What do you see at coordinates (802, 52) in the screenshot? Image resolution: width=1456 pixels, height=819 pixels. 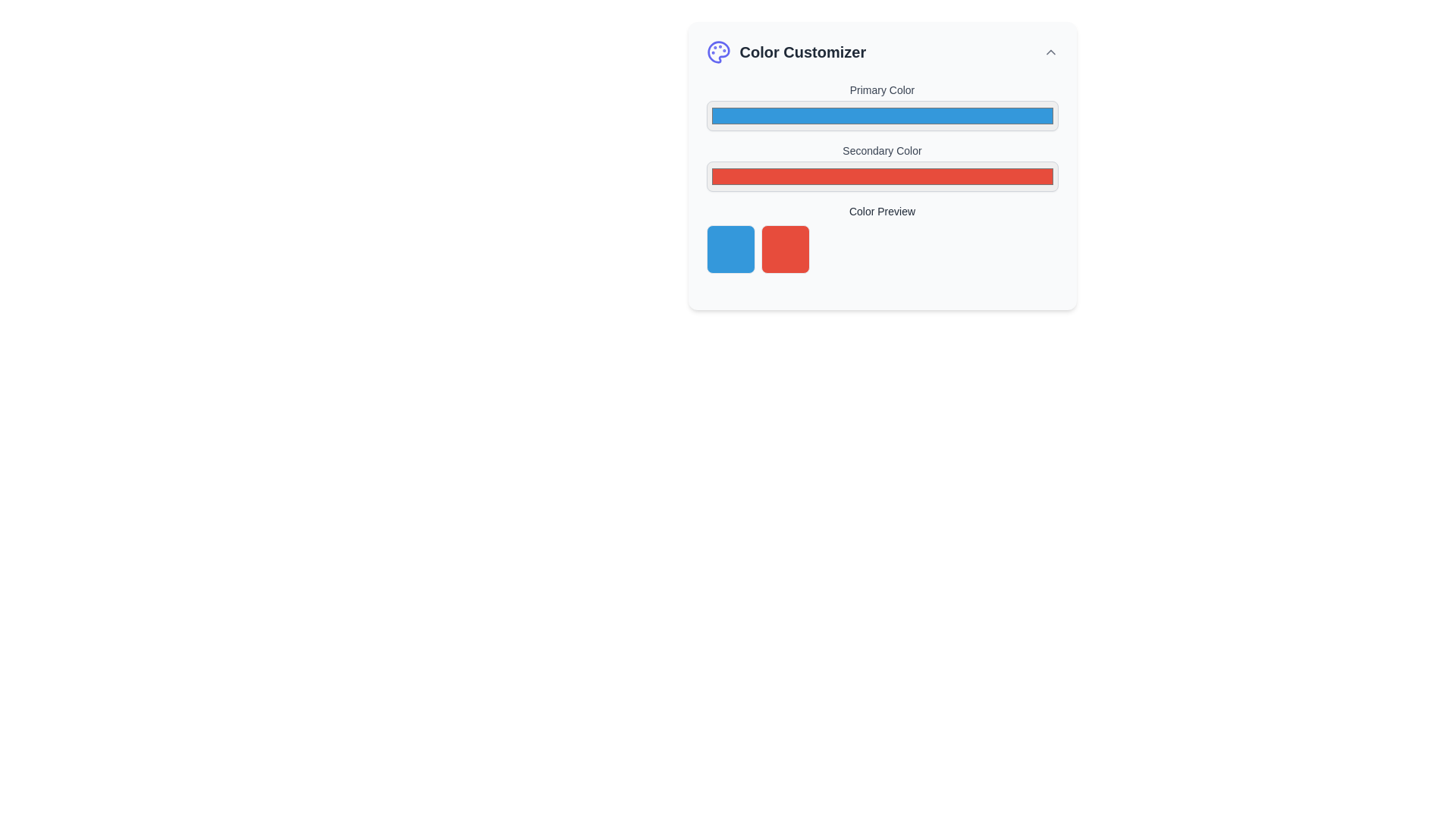 I see `the Text label indicating the section for customizing colors, located to the right of the palette icon in the top-left corner of the panel` at bounding box center [802, 52].